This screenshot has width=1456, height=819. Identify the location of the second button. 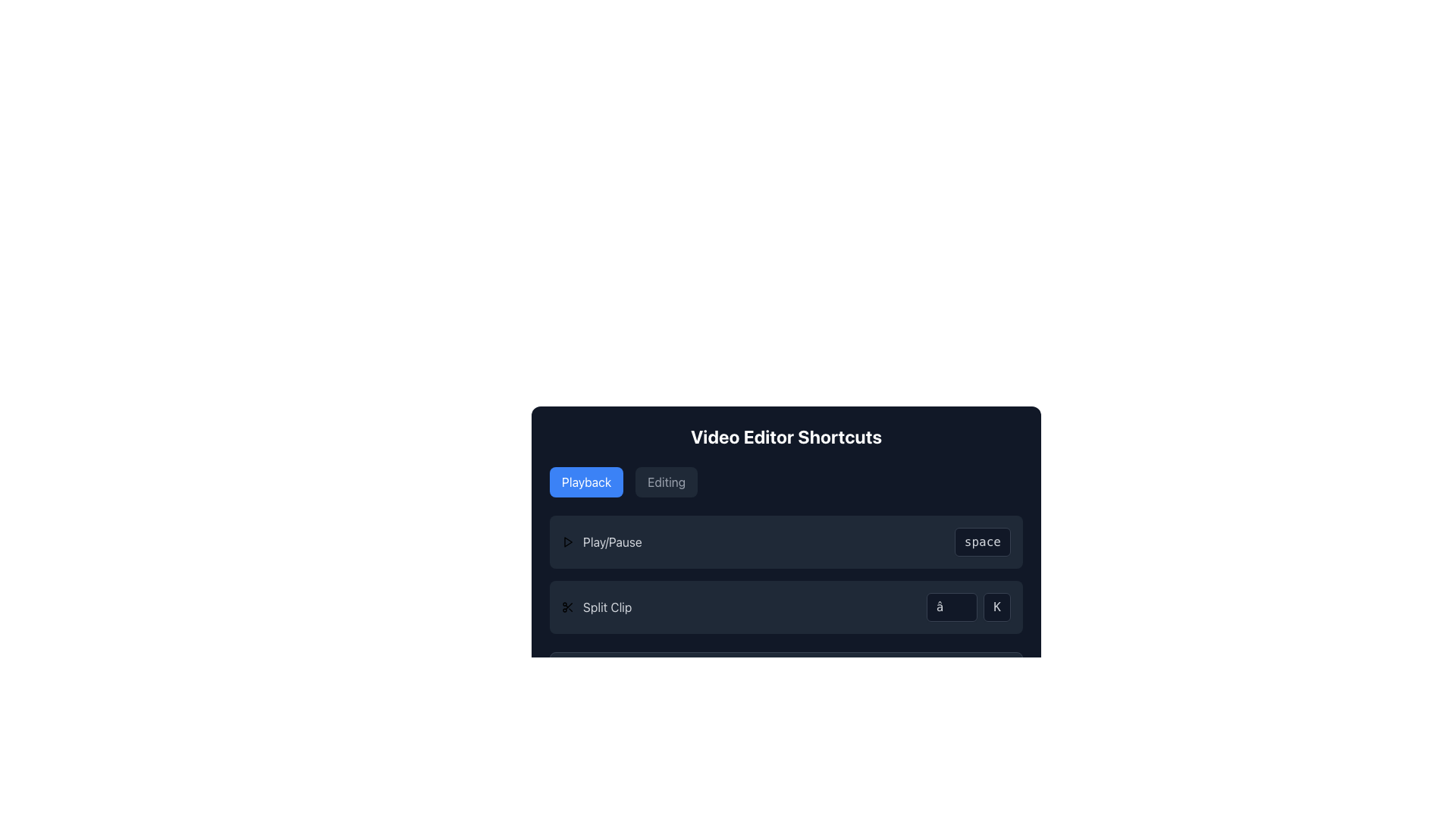
(667, 482).